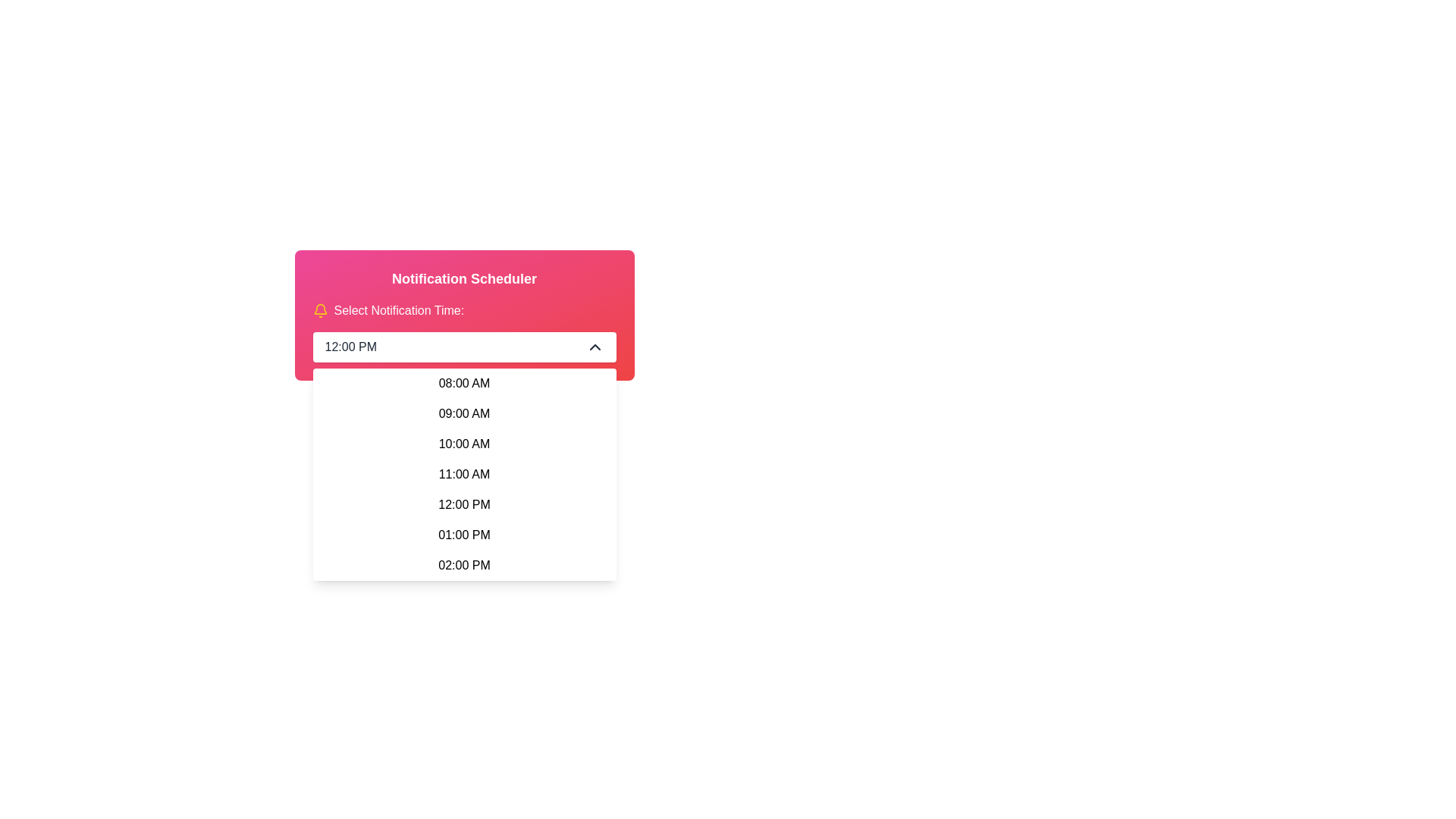 The width and height of the screenshot is (1456, 819). Describe the element at coordinates (463, 505) in the screenshot. I see `the selectable list item displaying '12:00 PM'` at that location.